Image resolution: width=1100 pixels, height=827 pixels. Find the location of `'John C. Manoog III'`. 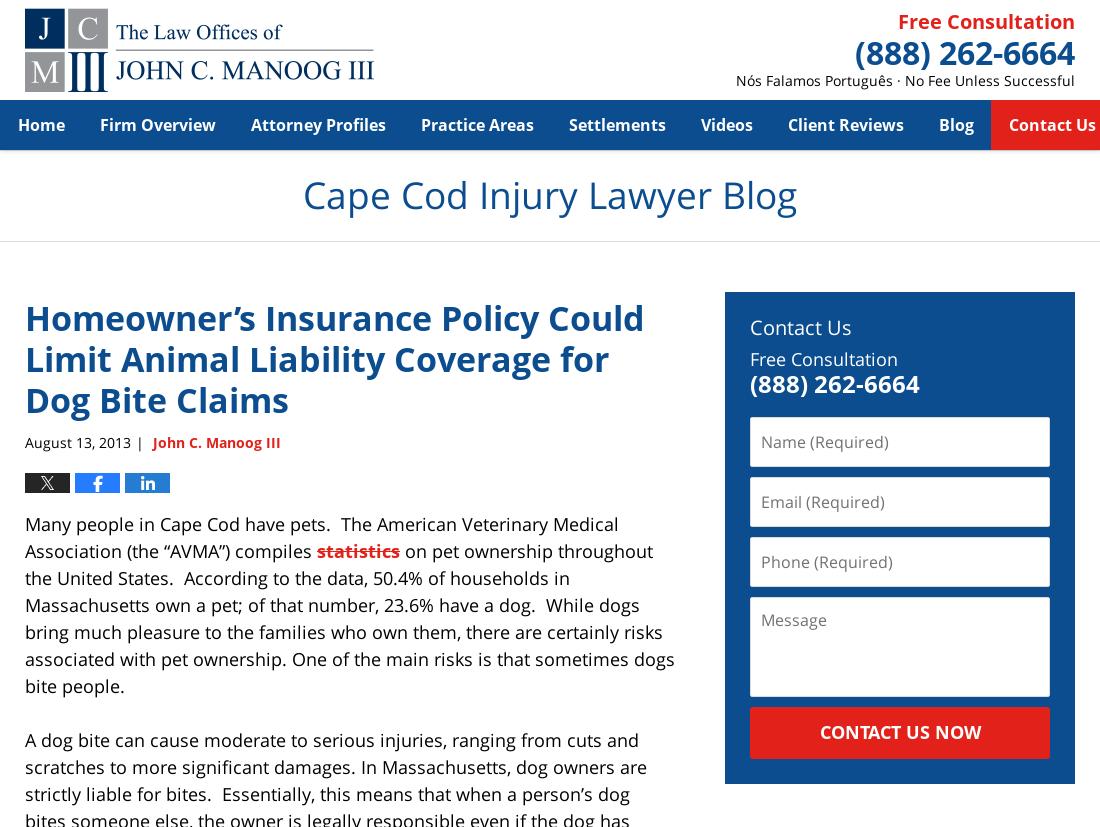

'John C. Manoog III' is located at coordinates (217, 440).